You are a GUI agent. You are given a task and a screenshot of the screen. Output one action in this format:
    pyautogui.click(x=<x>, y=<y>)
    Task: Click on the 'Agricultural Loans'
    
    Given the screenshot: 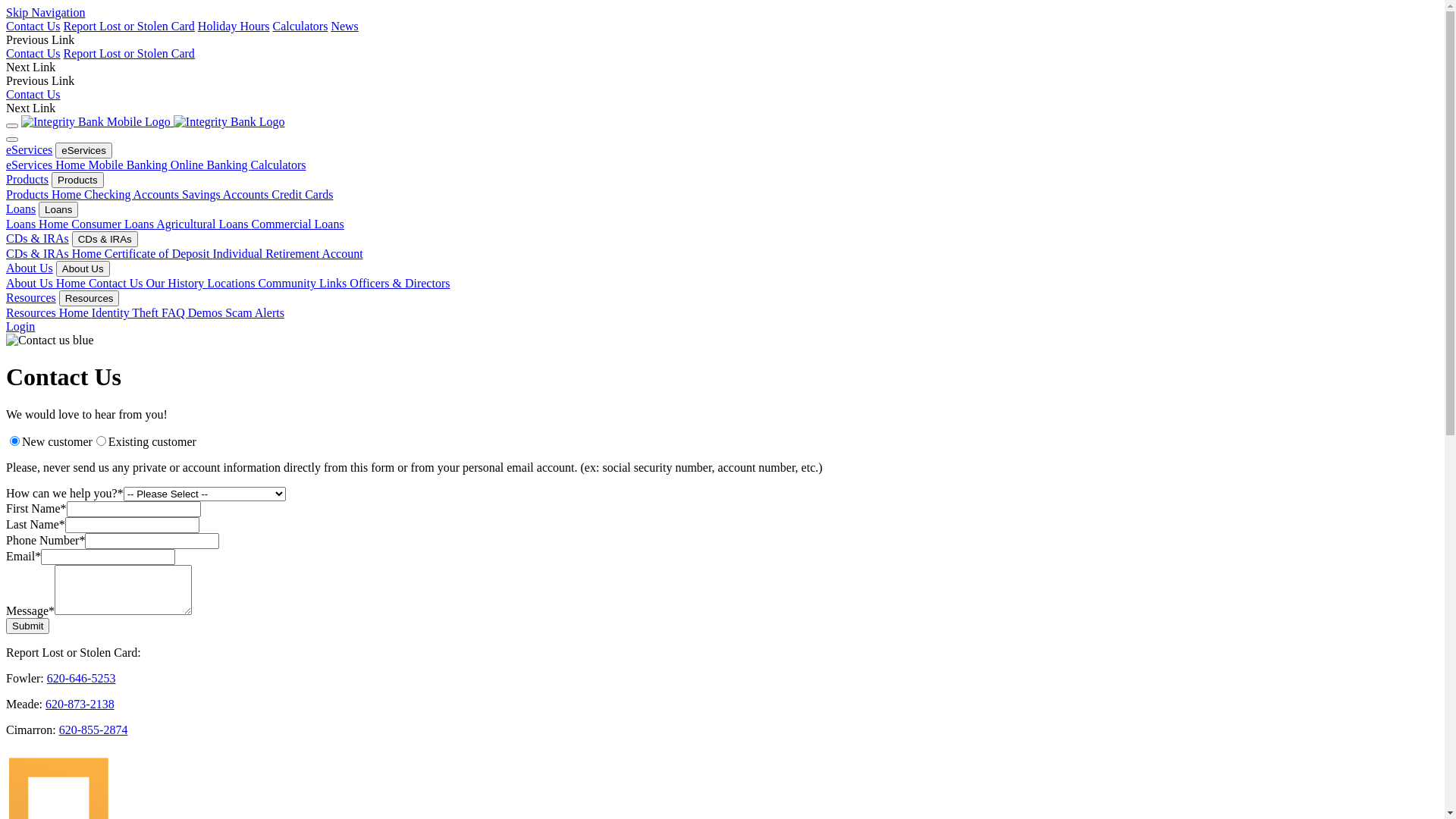 What is the action you would take?
    pyautogui.click(x=202, y=224)
    